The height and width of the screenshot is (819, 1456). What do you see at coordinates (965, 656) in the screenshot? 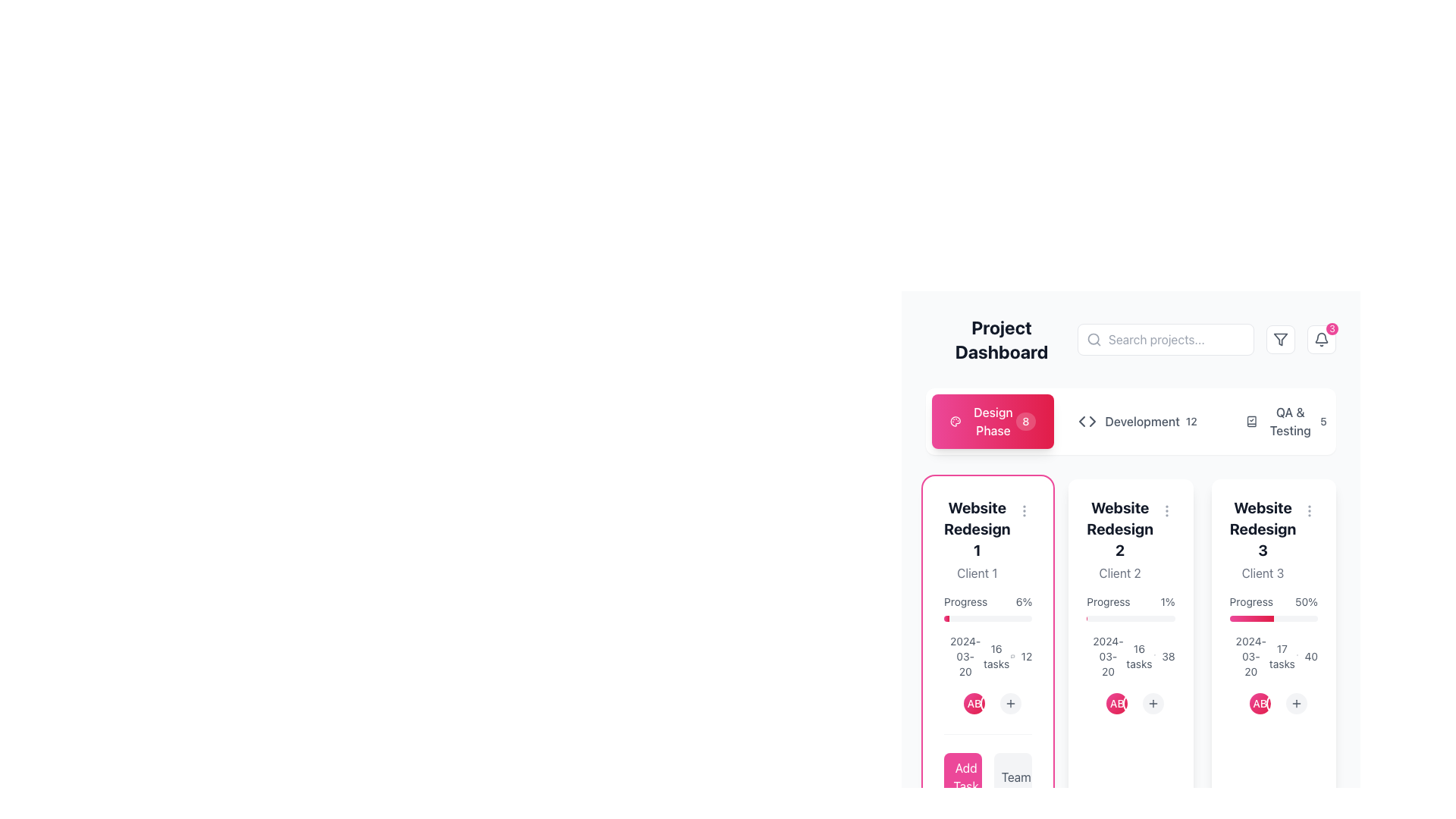
I see `the date '2024-03-20' displayed on the informational Text label` at bounding box center [965, 656].